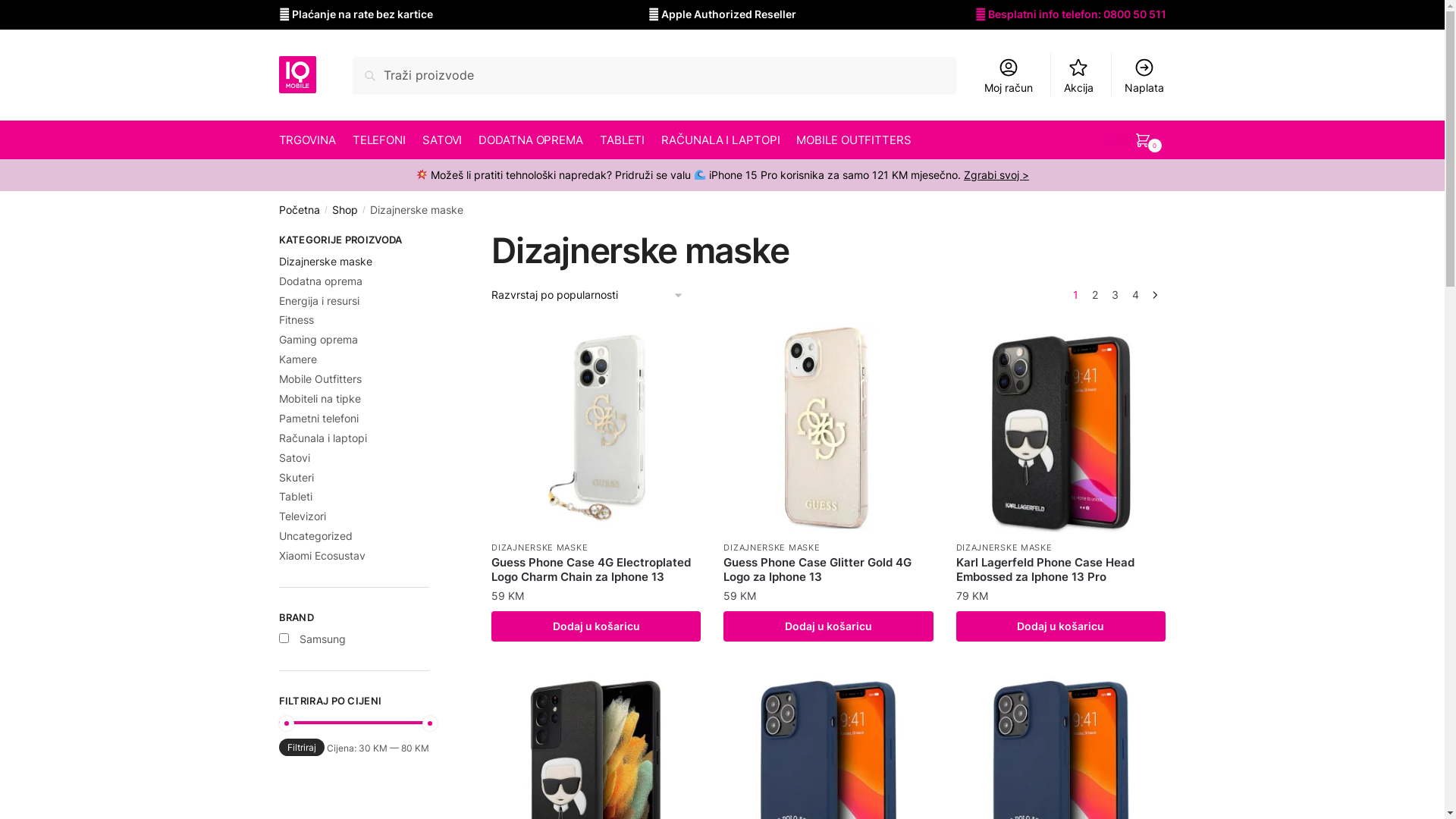 The image size is (1456, 819). What do you see at coordinates (1095, 295) in the screenshot?
I see `'2'` at bounding box center [1095, 295].